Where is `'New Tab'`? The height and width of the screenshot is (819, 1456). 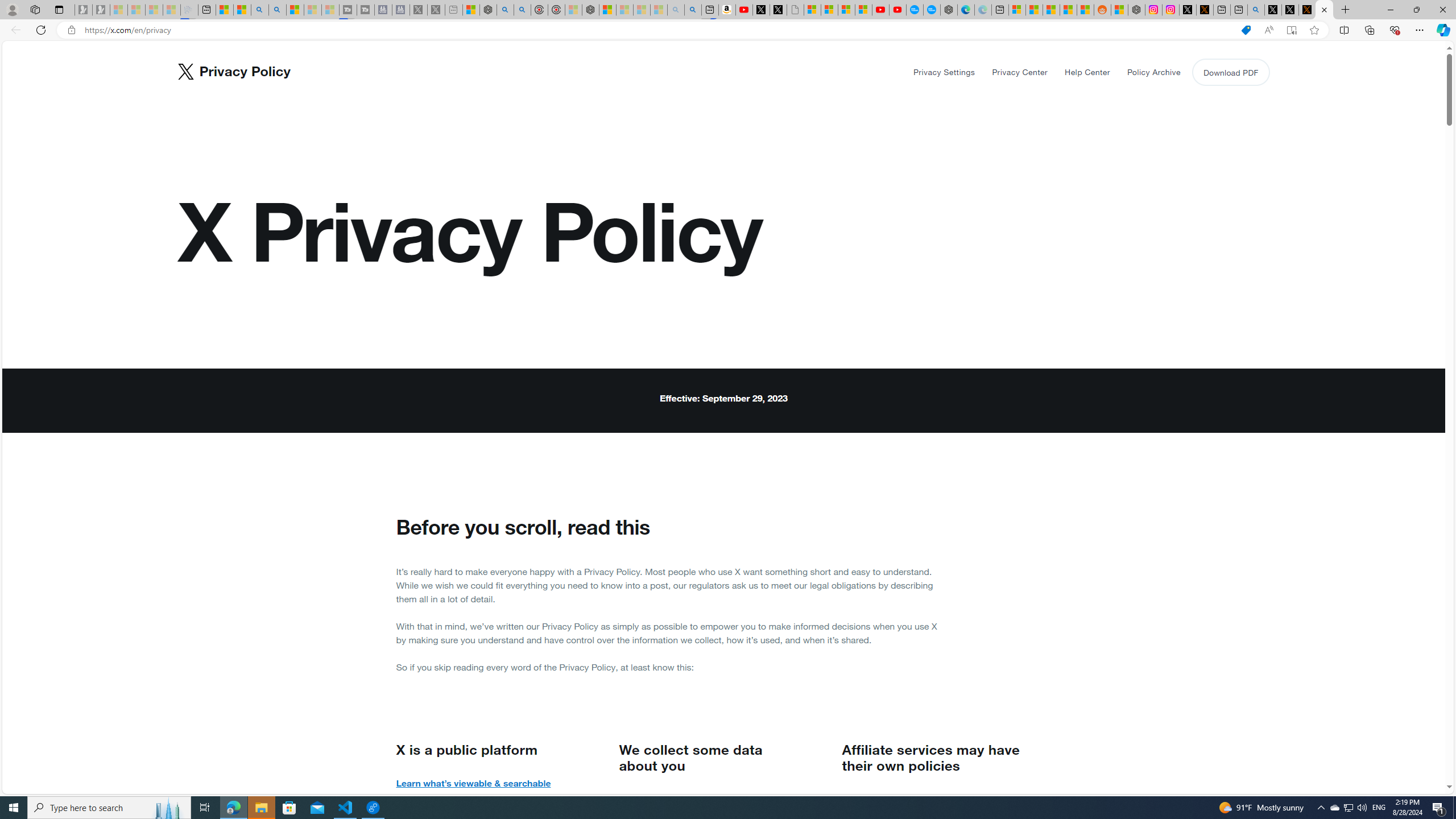
'New Tab' is located at coordinates (1345, 9).